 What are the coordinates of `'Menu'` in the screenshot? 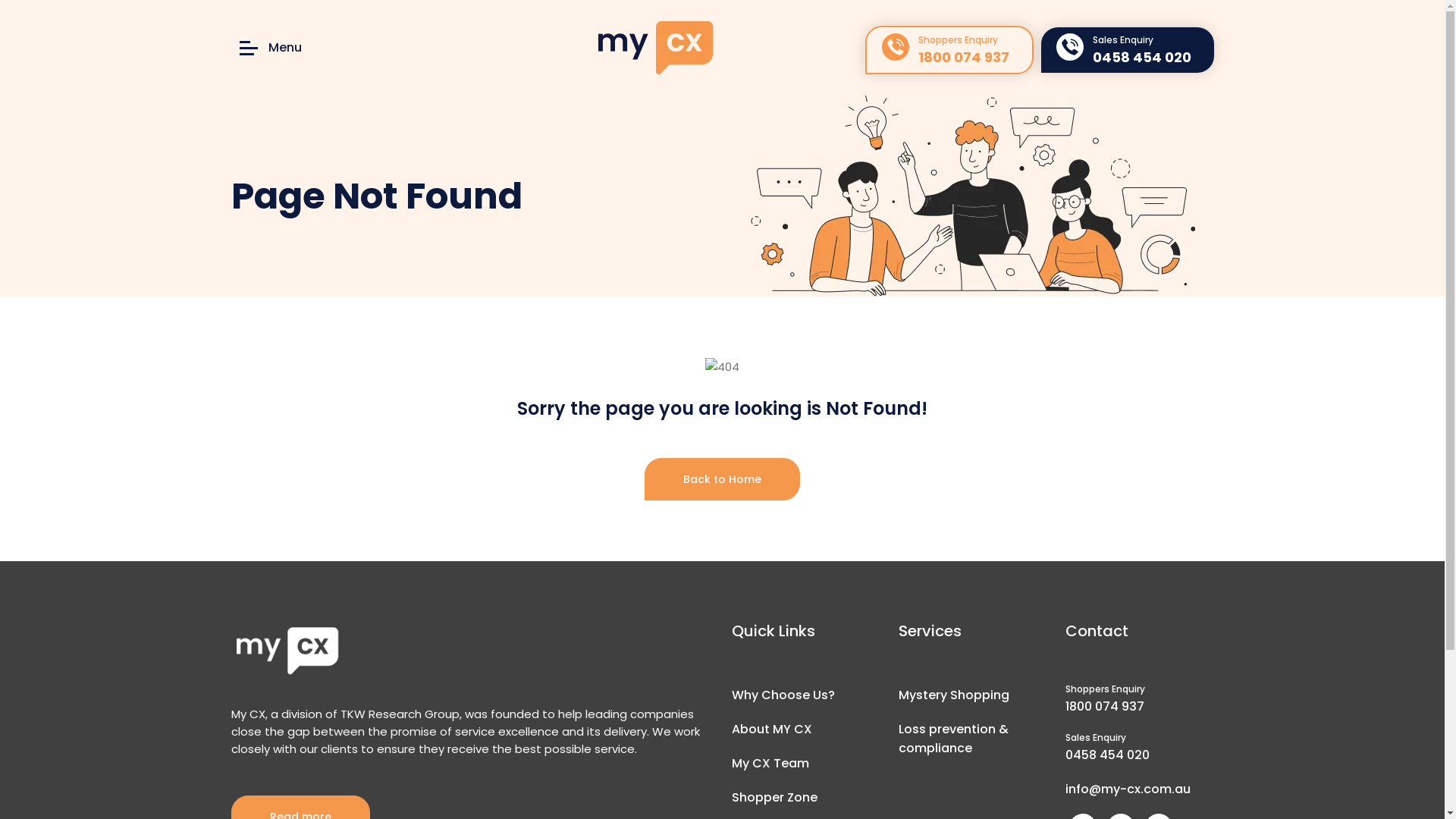 It's located at (269, 46).